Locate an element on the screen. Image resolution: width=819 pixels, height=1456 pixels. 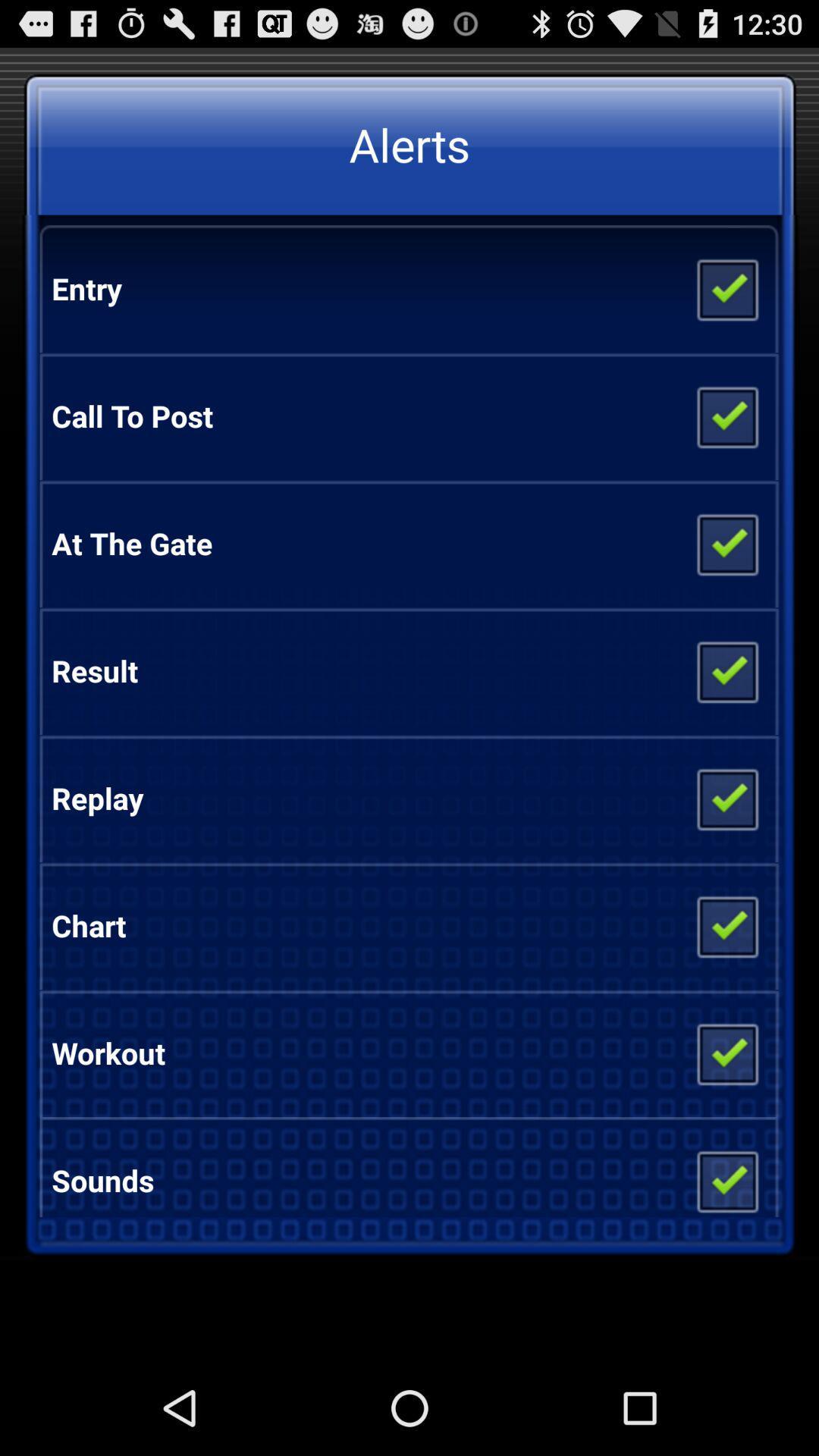
alert is located at coordinates (726, 924).